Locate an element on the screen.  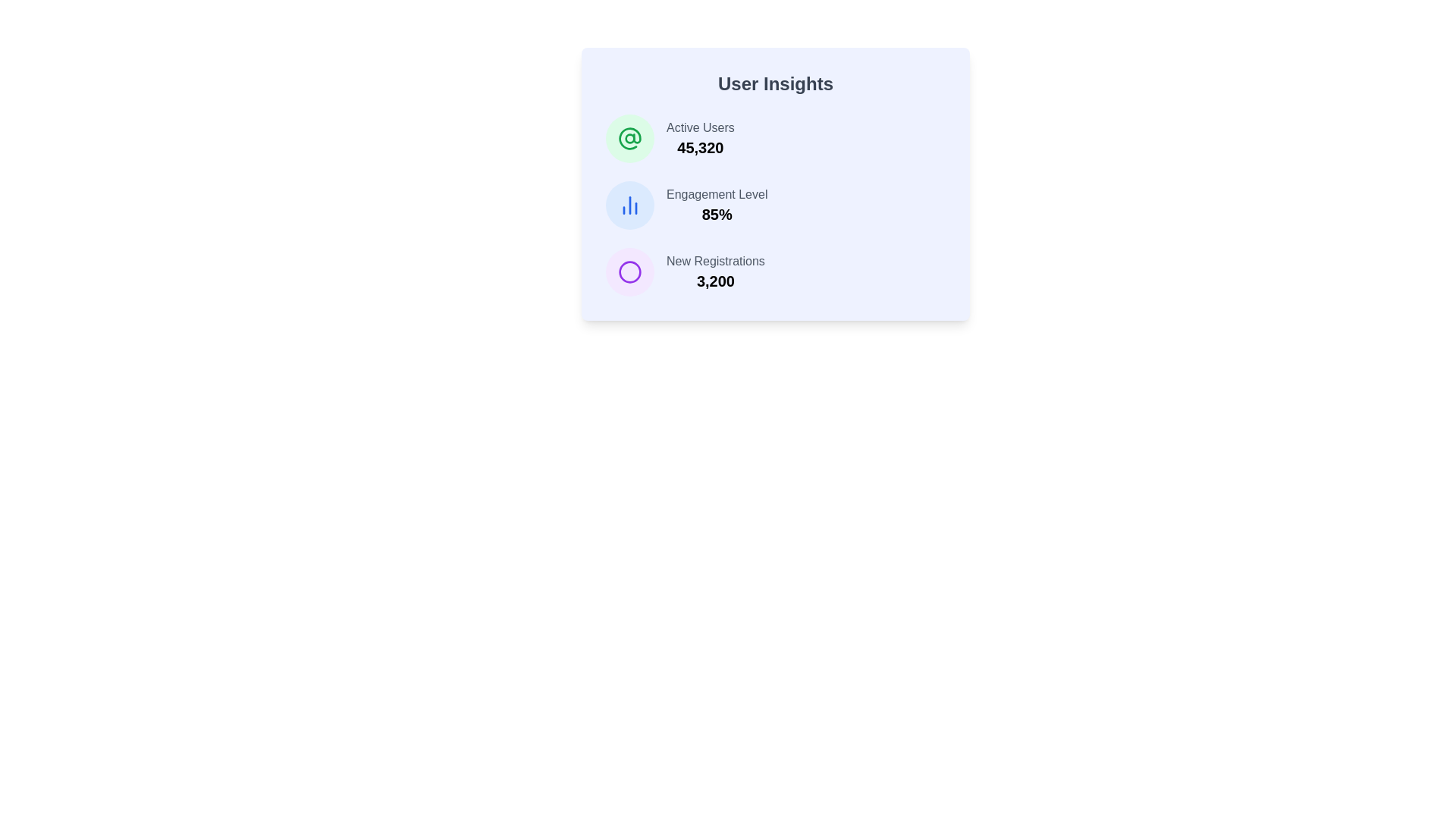
'Active Users' label, which is a gray text located above the numeric value '45,320' in the user insights card is located at coordinates (699, 127).